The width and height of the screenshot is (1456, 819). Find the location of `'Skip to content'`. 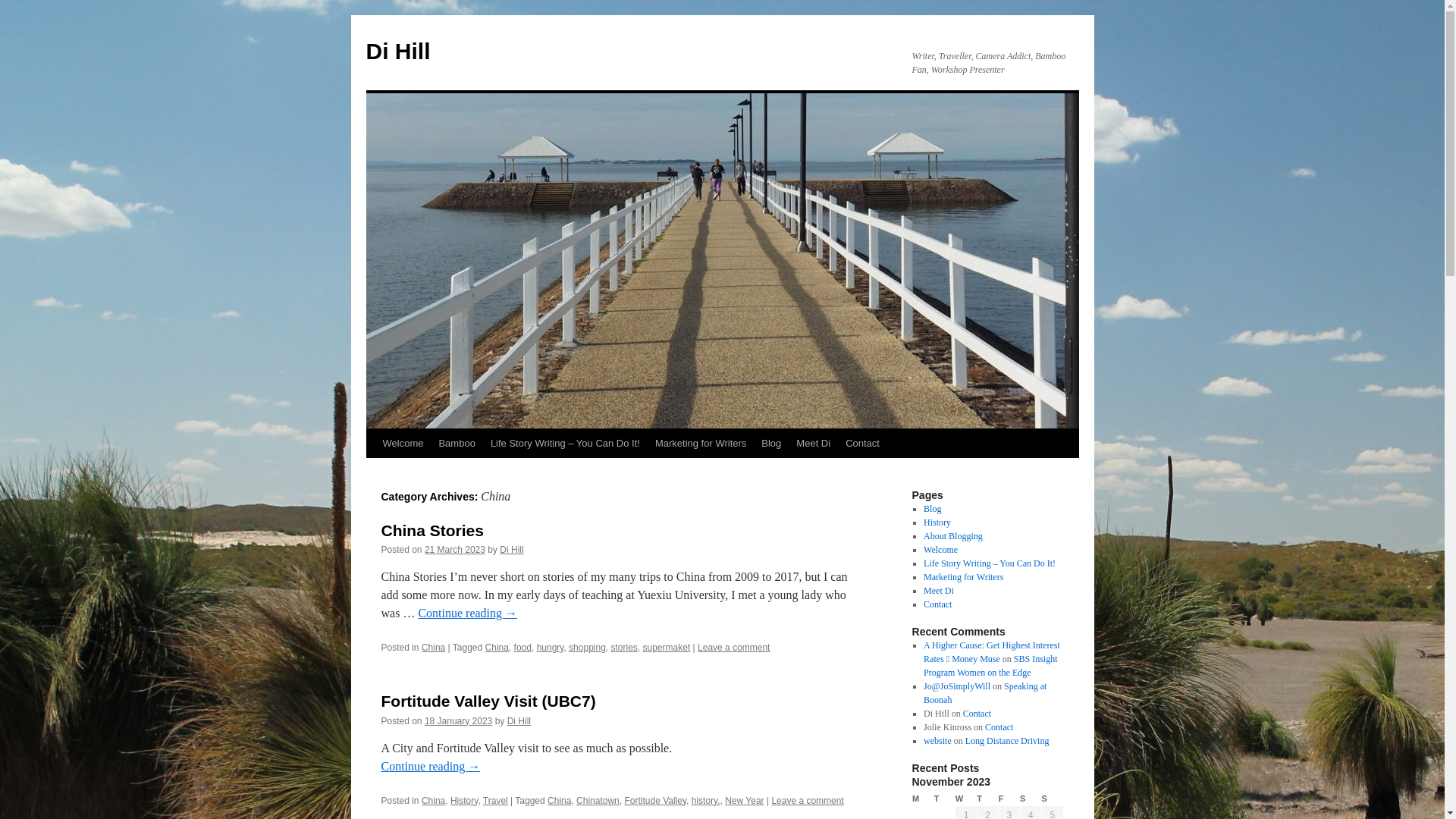

'Skip to content' is located at coordinates (372, 470).